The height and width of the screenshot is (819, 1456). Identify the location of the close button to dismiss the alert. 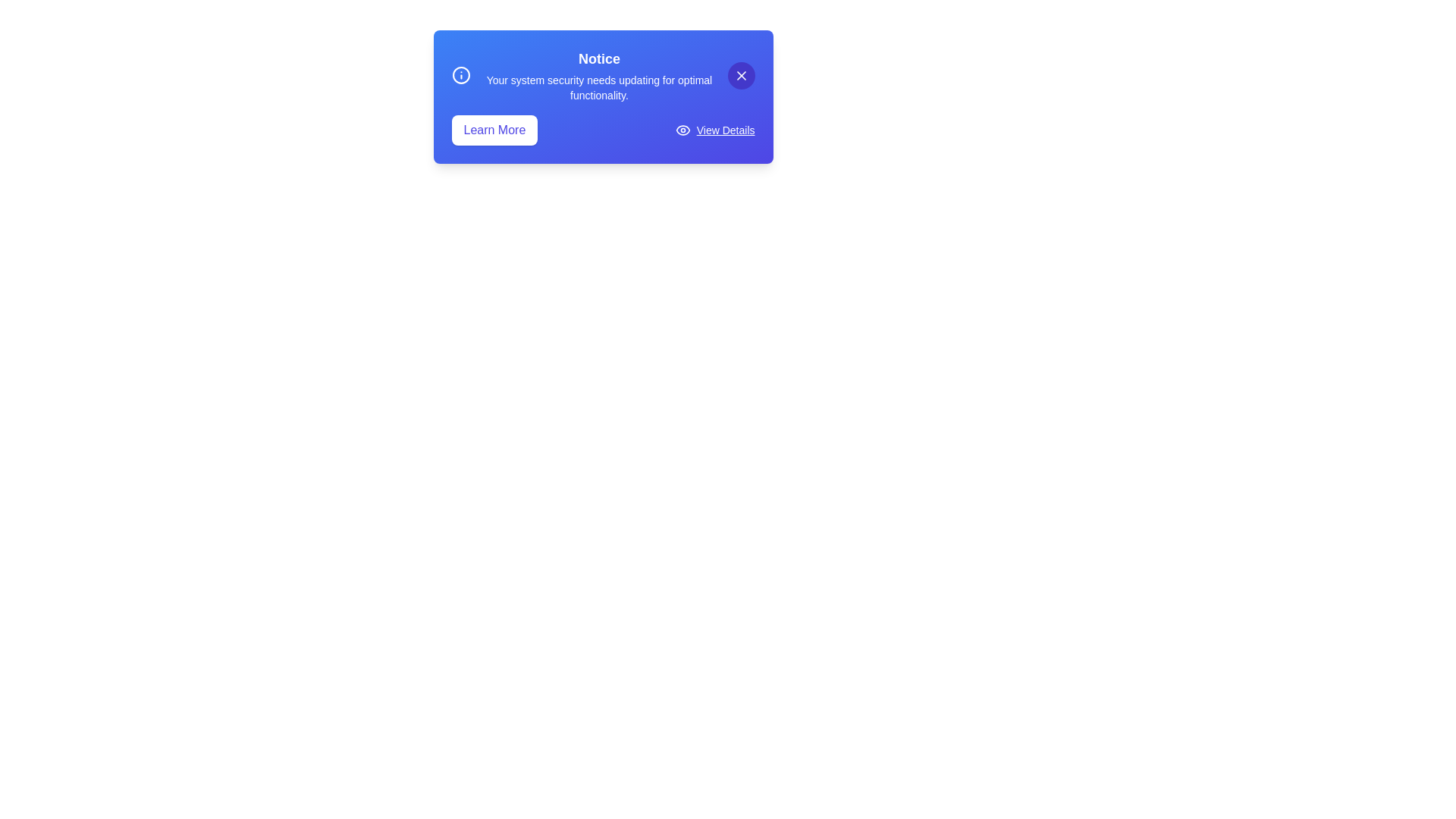
(741, 76).